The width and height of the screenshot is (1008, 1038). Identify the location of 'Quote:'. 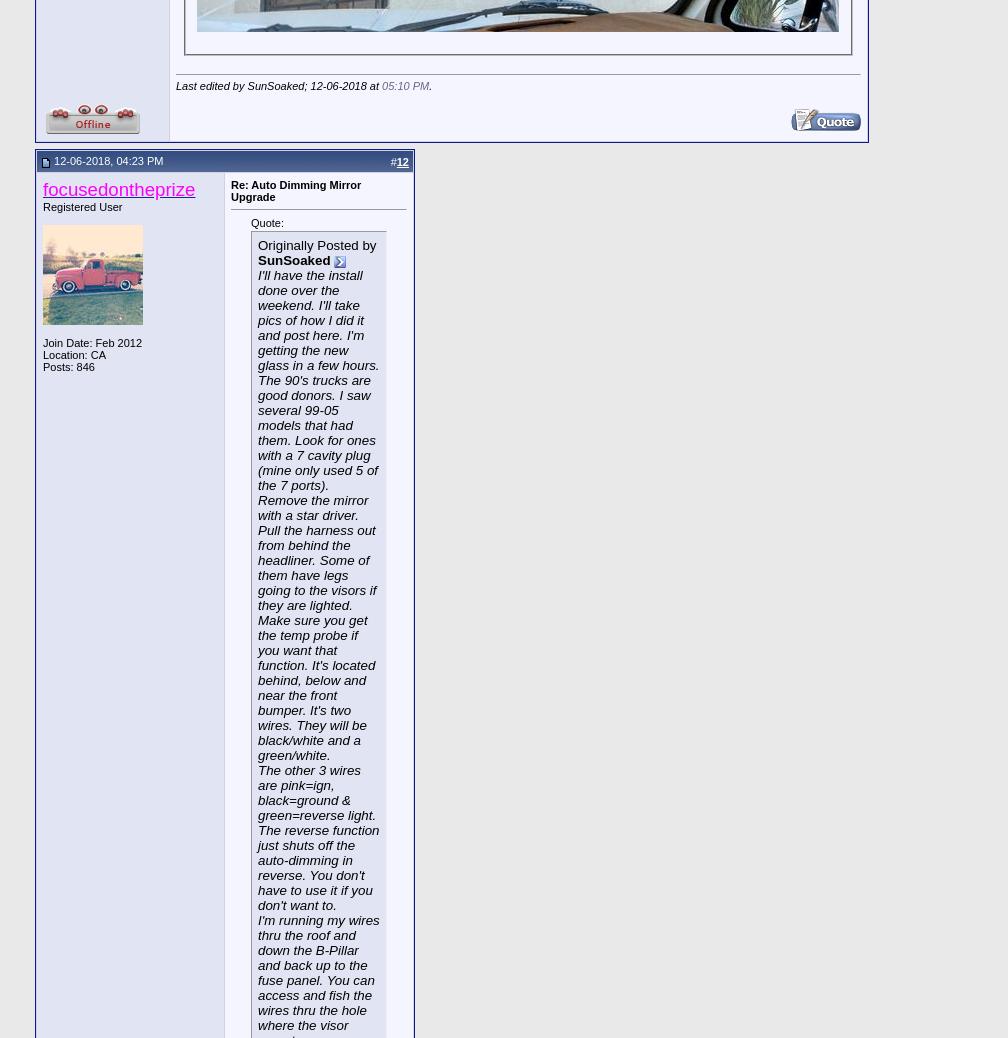
(267, 221).